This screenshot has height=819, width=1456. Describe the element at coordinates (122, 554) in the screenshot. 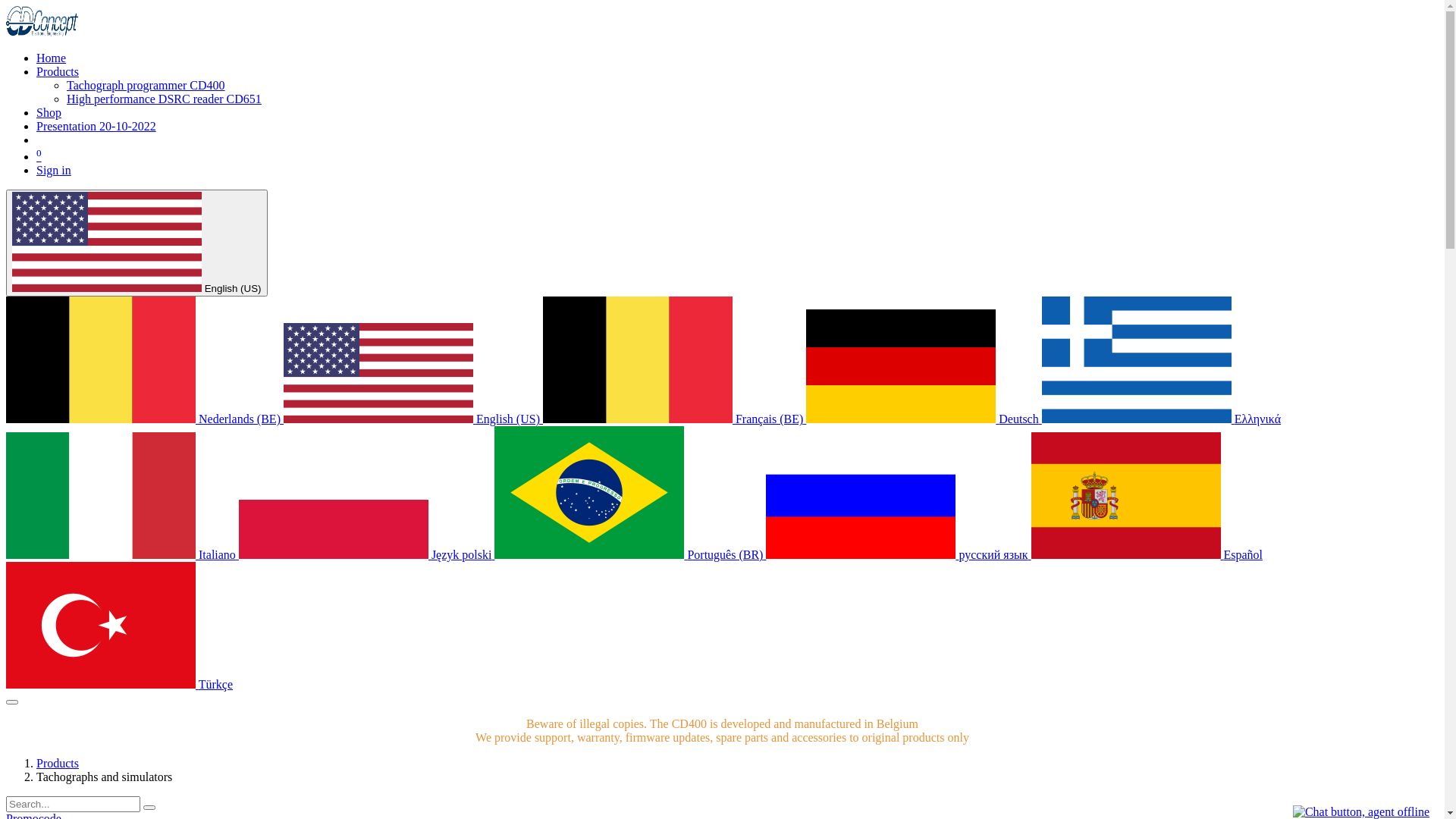

I see `'Italiano'` at that location.